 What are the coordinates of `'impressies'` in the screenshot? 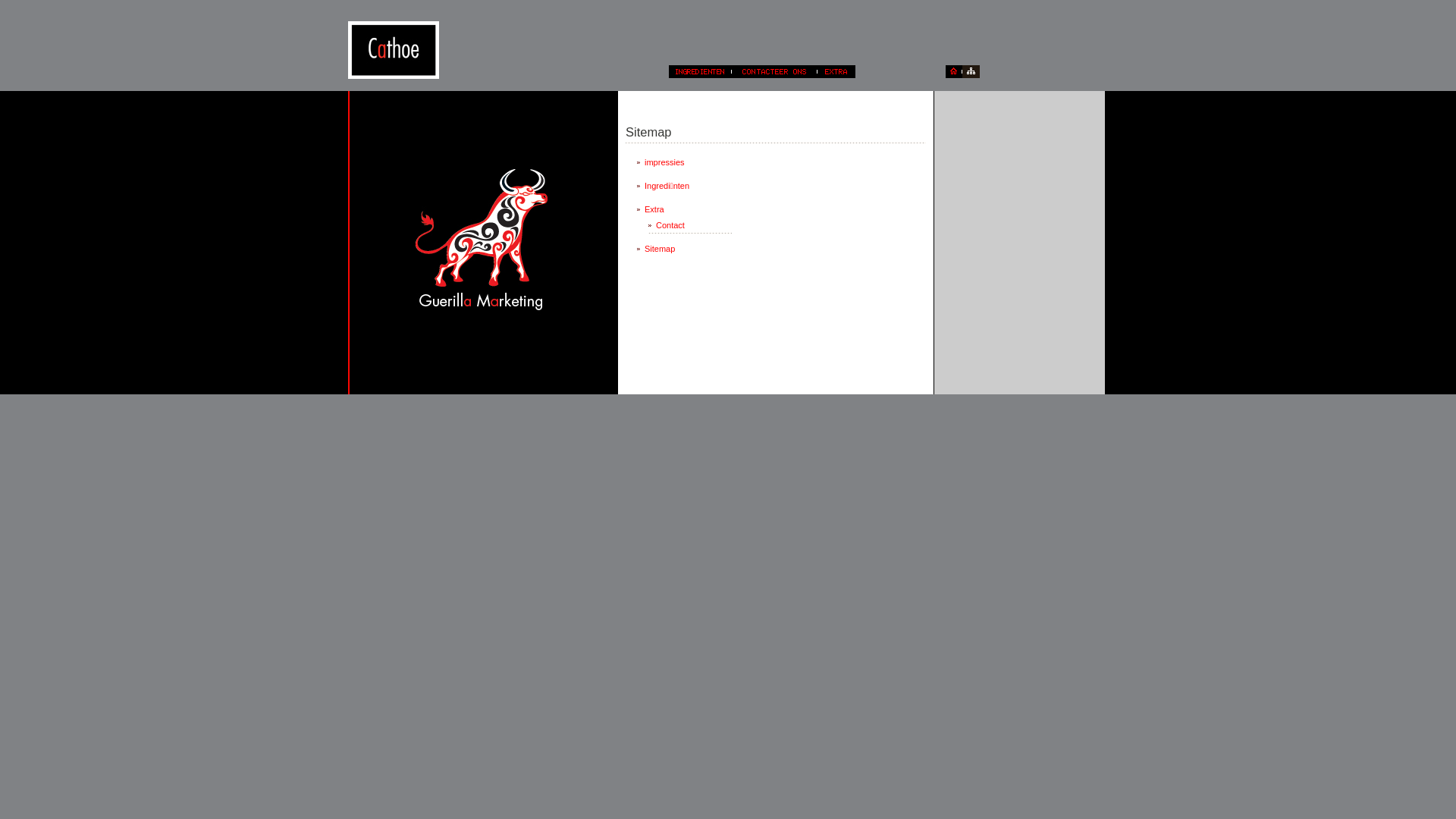 It's located at (677, 162).